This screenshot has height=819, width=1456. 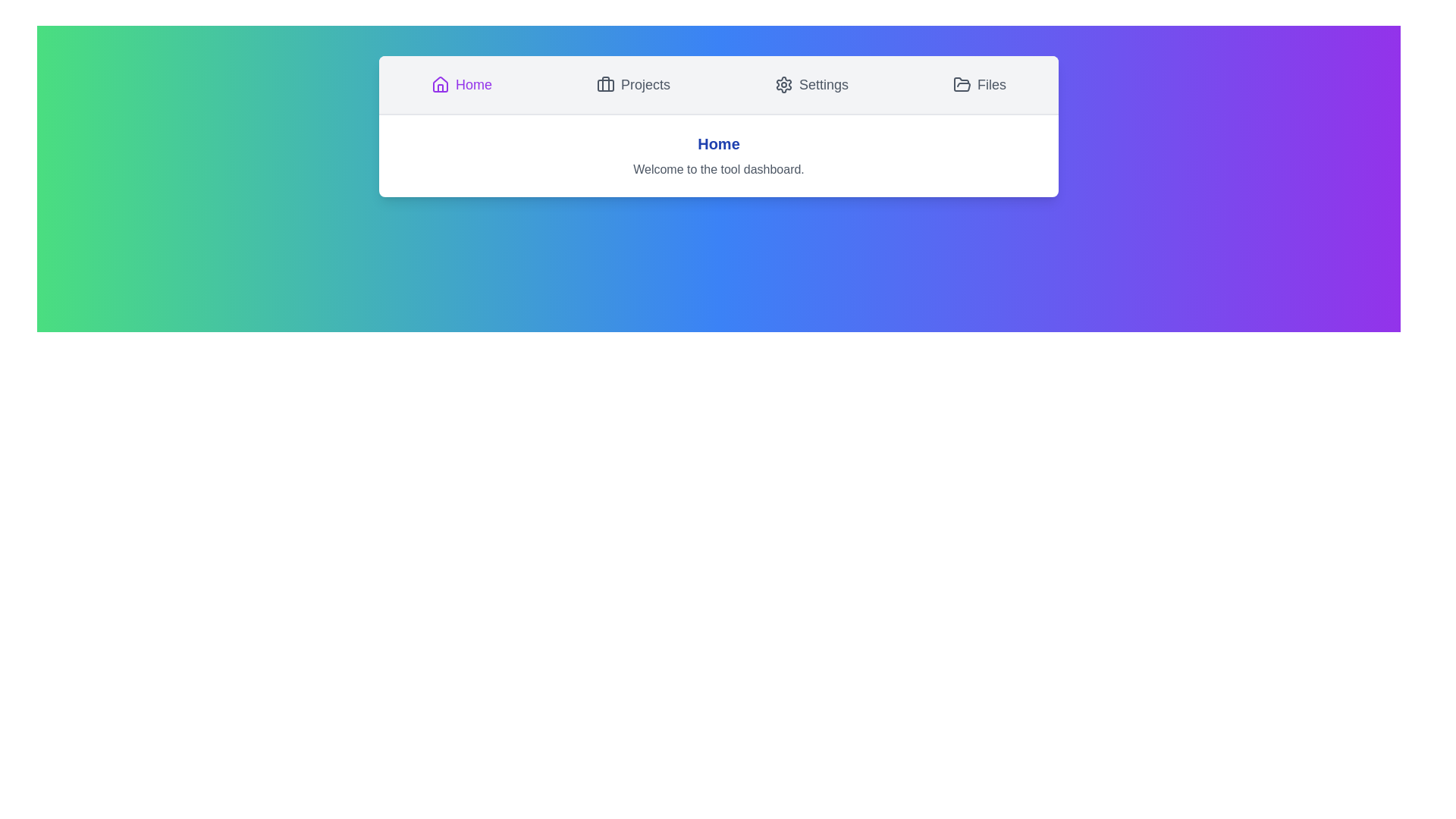 What do you see at coordinates (461, 84) in the screenshot?
I see `the Home button to observe its hover effect` at bounding box center [461, 84].